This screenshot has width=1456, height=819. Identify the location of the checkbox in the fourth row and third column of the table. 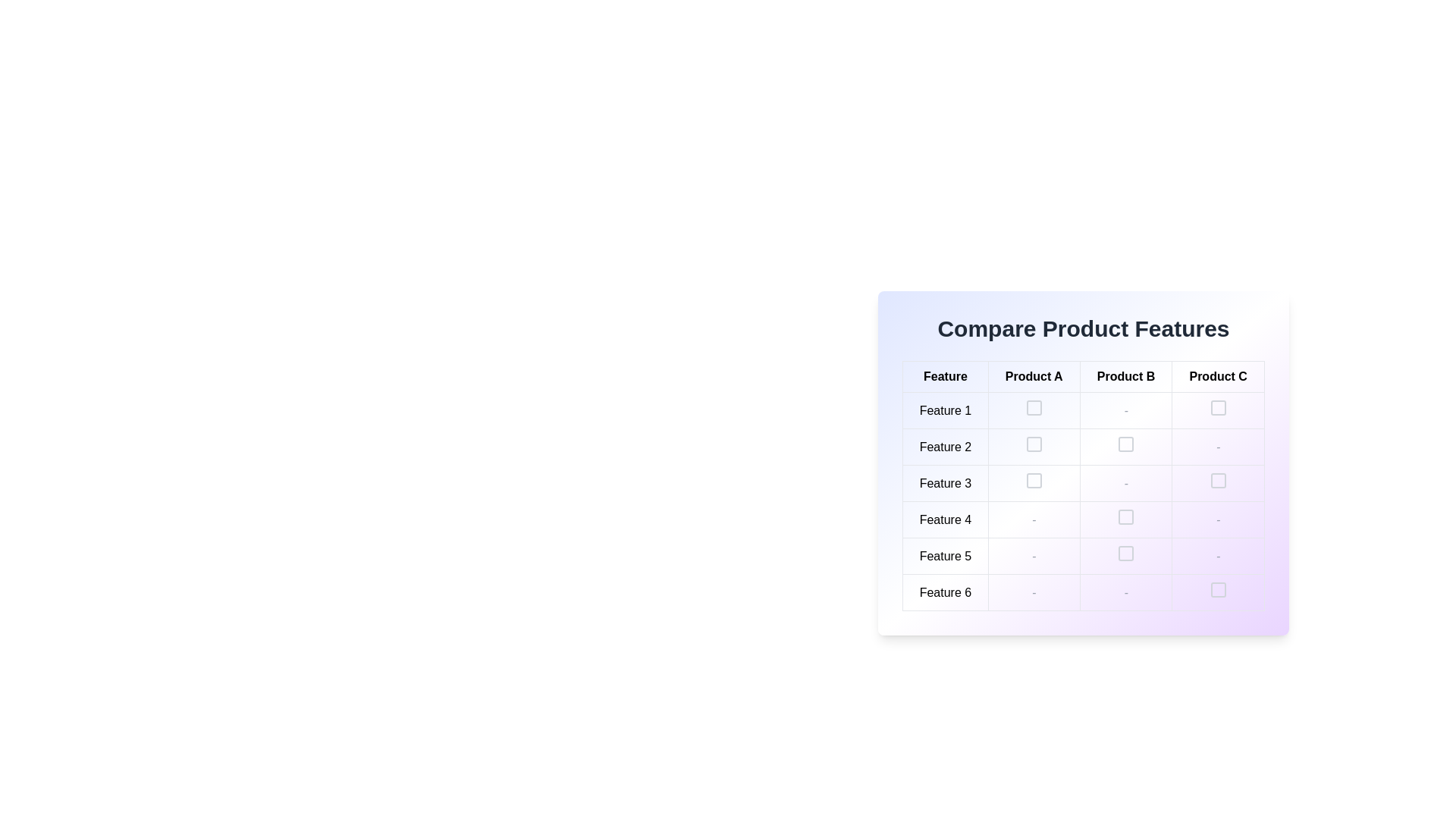
(1126, 519).